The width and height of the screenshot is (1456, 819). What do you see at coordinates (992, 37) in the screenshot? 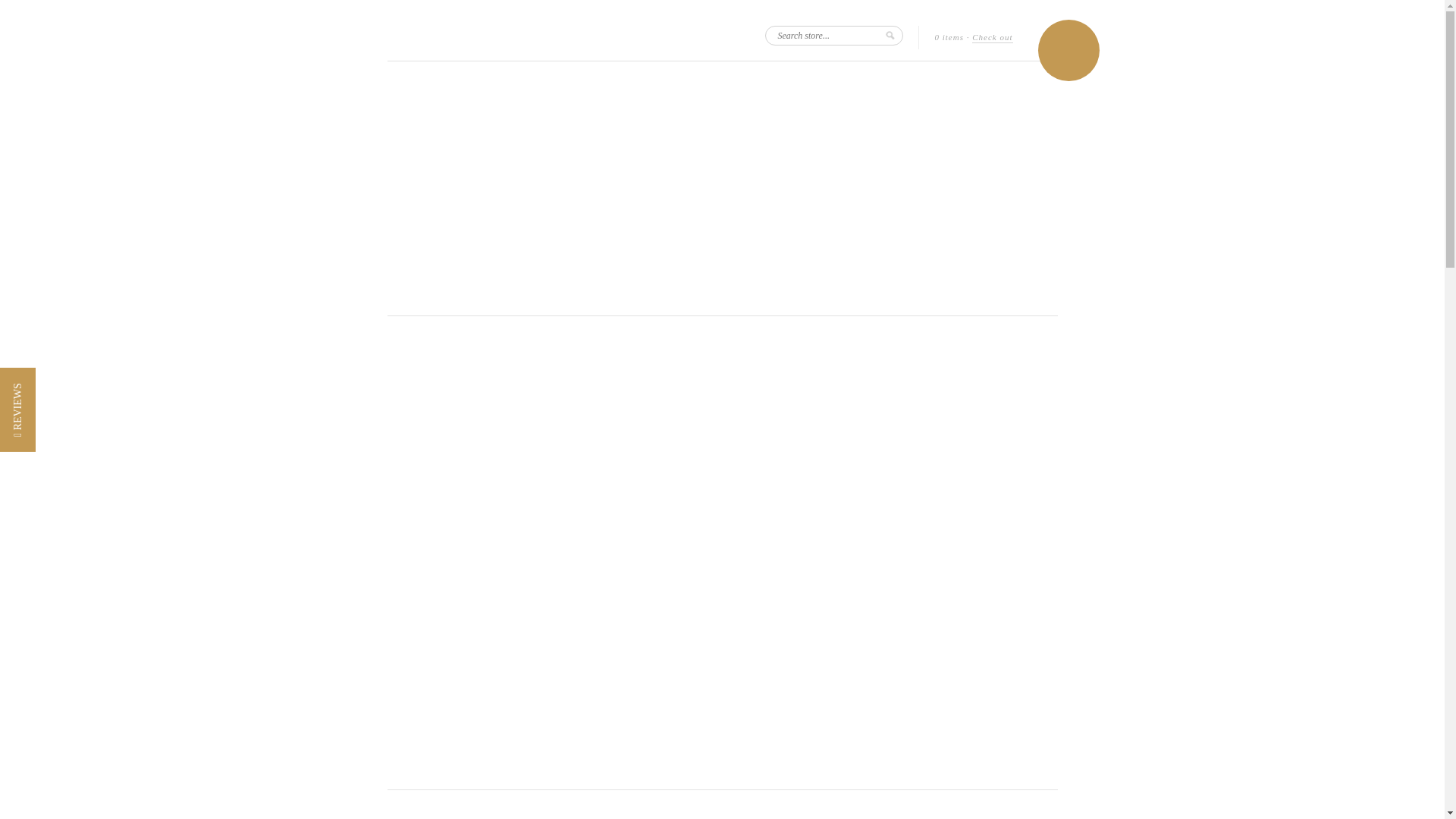
I see `'Check out'` at bounding box center [992, 37].